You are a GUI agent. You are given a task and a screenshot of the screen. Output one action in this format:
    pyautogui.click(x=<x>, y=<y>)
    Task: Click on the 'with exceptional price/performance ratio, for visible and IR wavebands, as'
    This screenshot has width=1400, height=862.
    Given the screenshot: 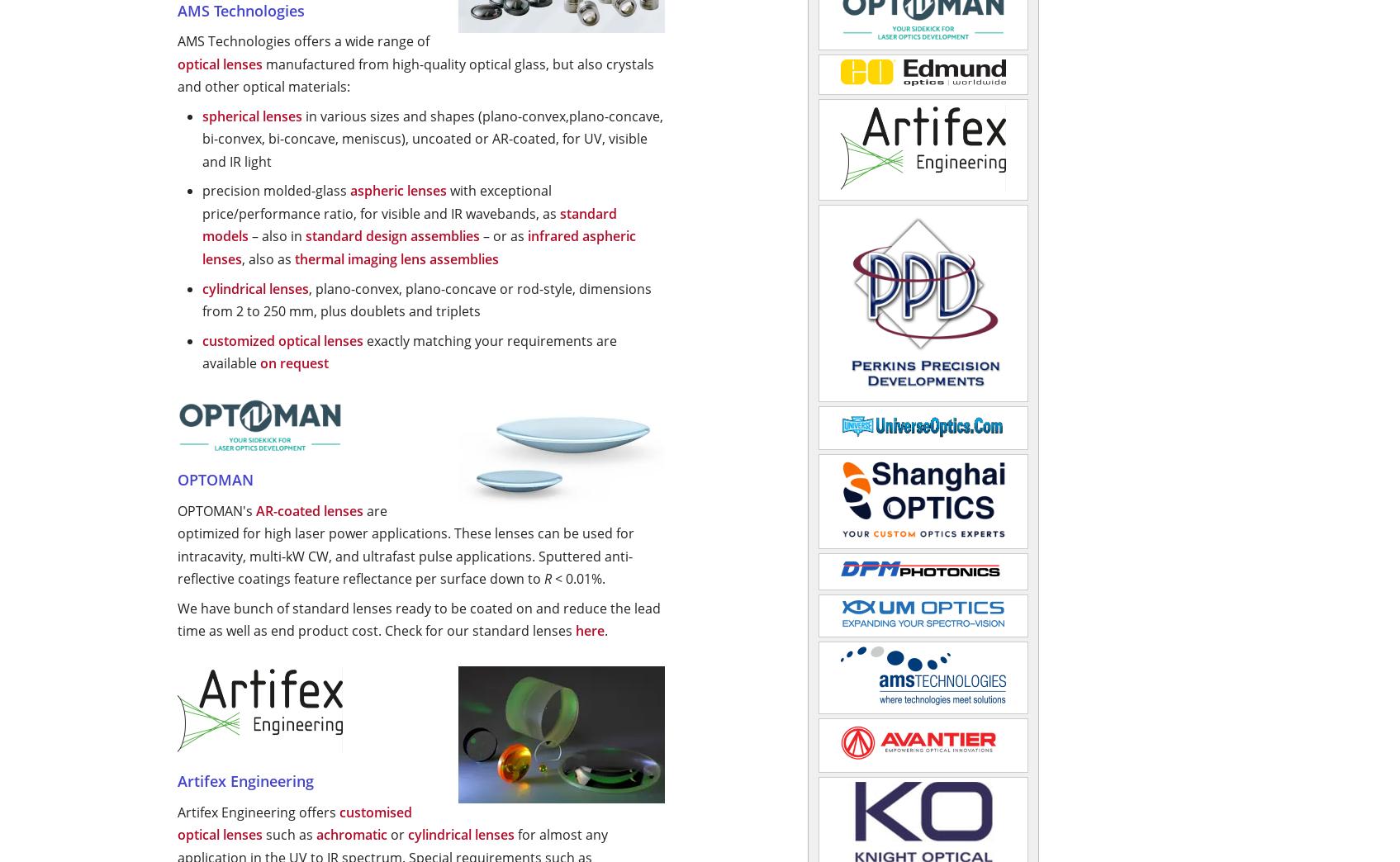 What is the action you would take?
    pyautogui.click(x=380, y=201)
    